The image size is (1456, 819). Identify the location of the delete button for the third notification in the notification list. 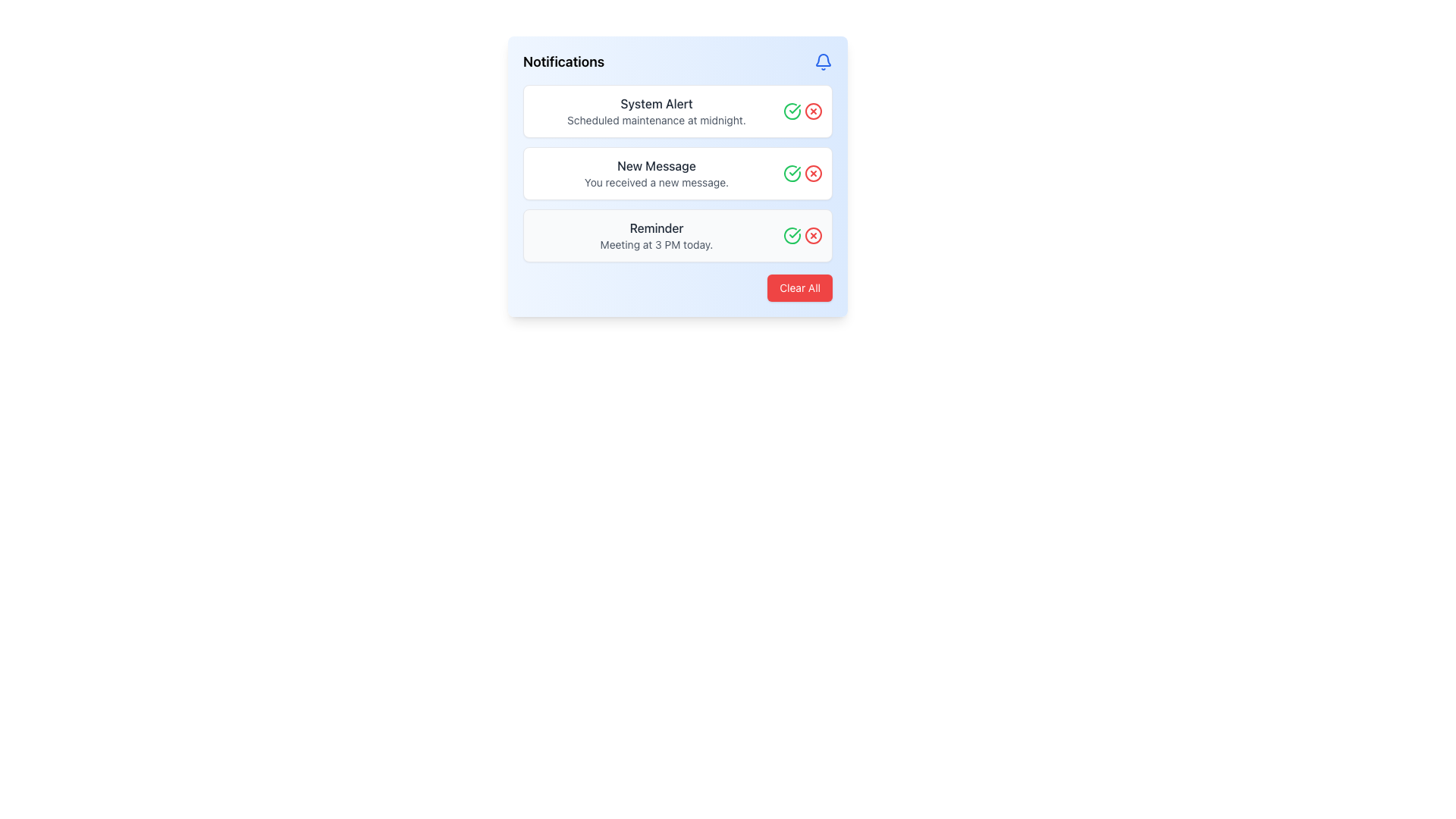
(813, 236).